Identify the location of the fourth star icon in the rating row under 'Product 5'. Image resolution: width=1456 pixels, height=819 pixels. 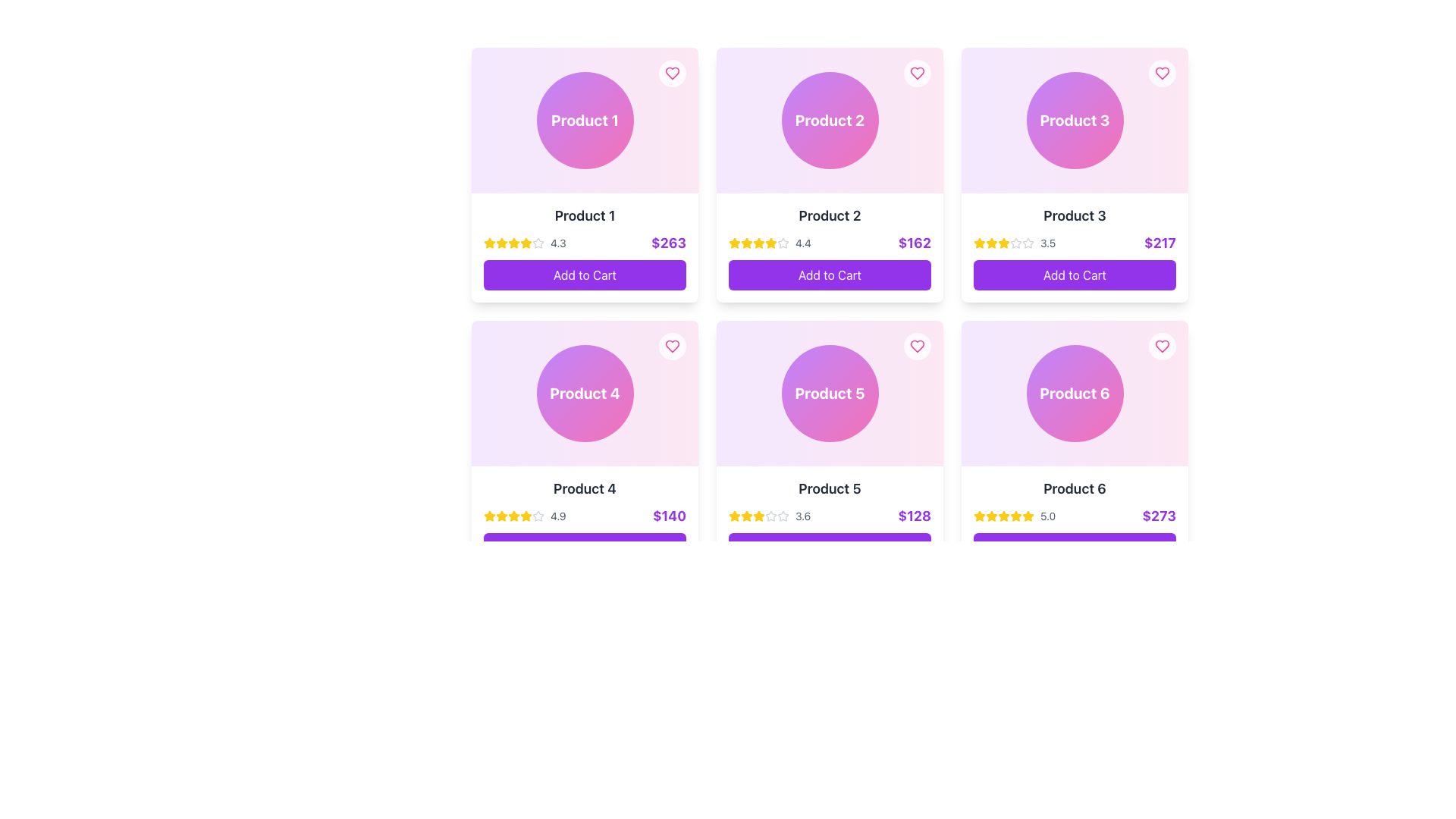
(771, 515).